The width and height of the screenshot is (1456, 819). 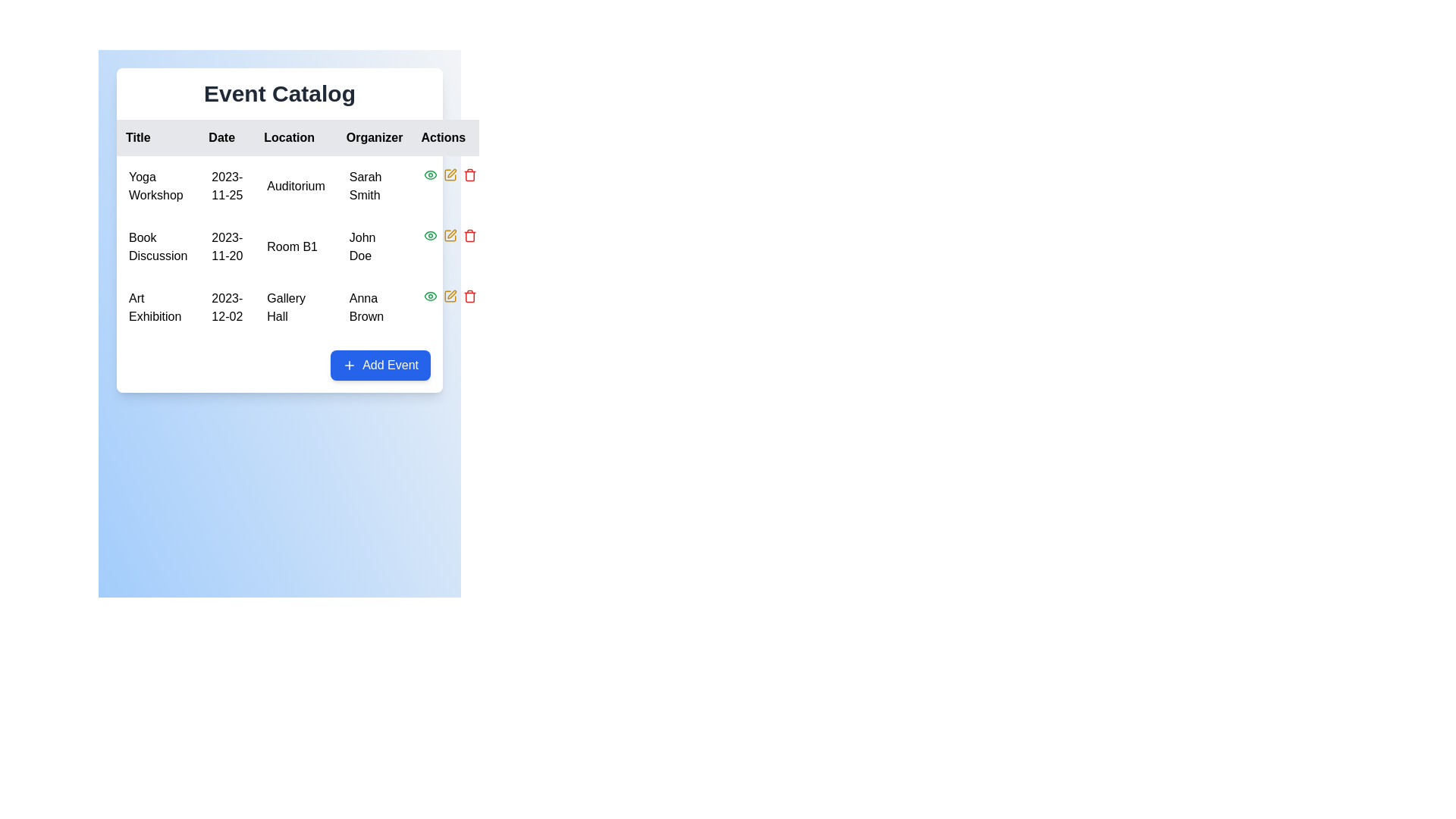 I want to click on the green eye icon button in the 'Actions' column of the second row of the data grid, so click(x=430, y=174).